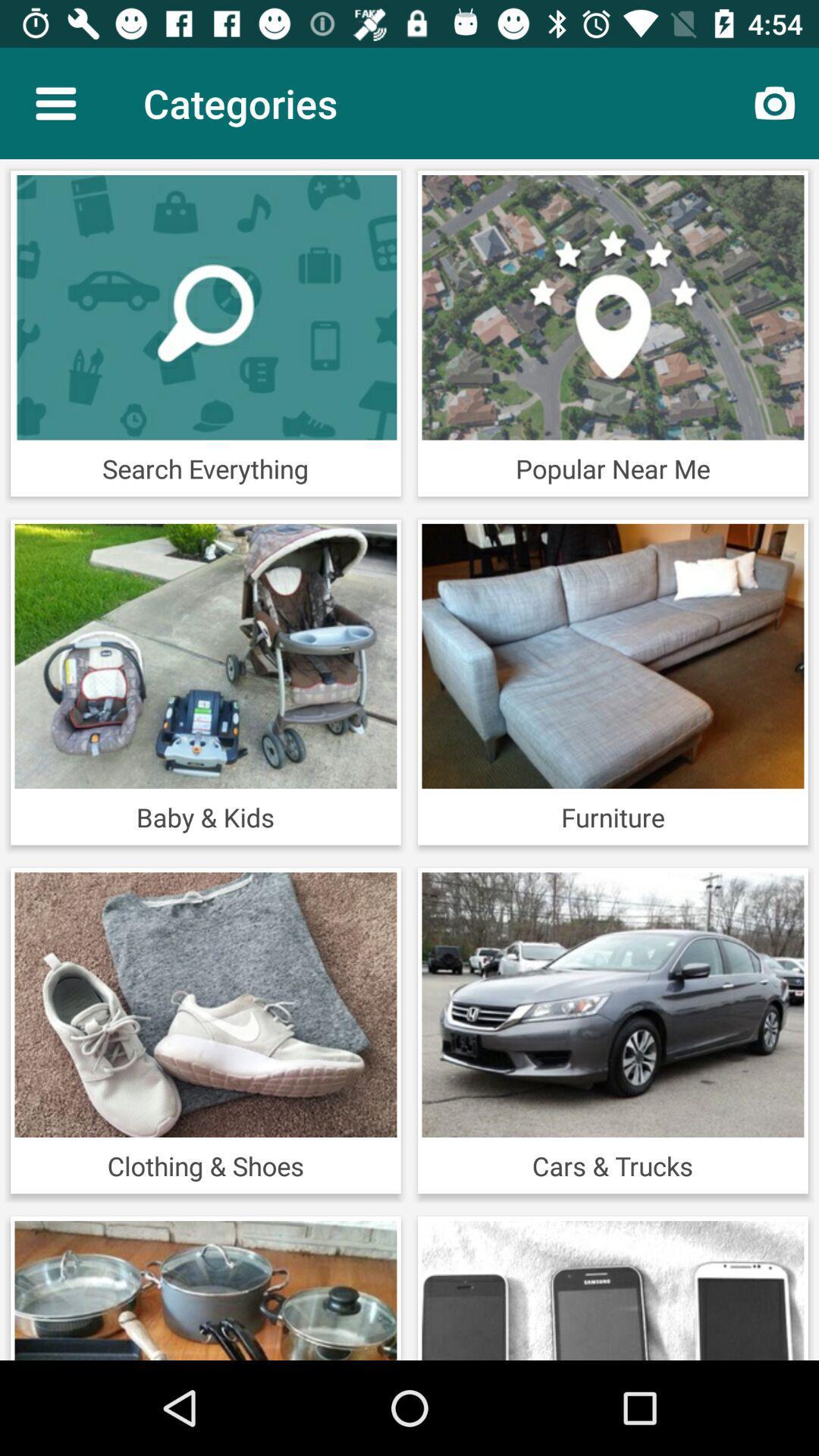 The image size is (819, 1456). Describe the element at coordinates (775, 102) in the screenshot. I see `the item to the right of the categories item` at that location.